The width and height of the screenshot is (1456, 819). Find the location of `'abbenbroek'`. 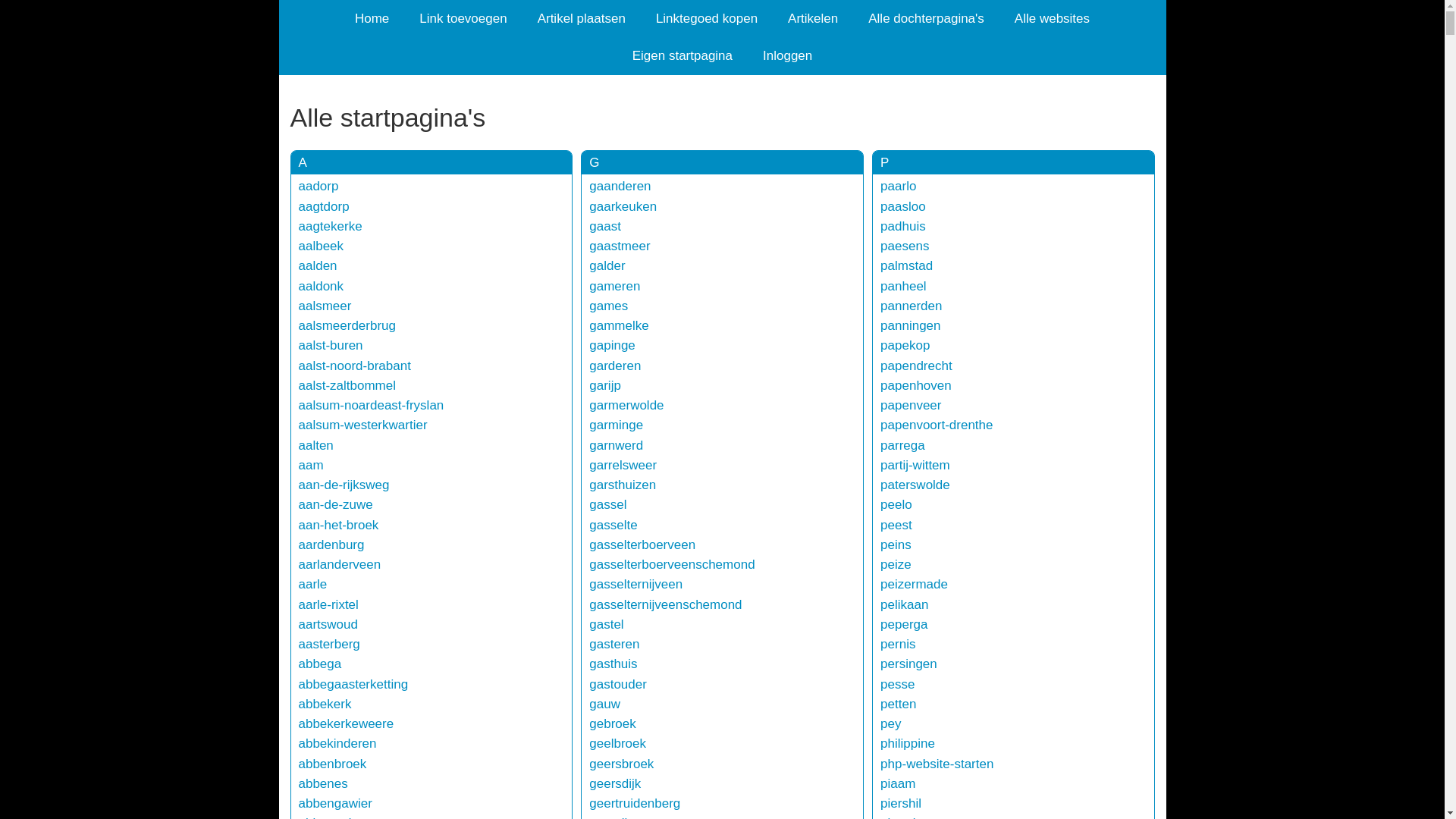

'abbenbroek' is located at coordinates (331, 764).